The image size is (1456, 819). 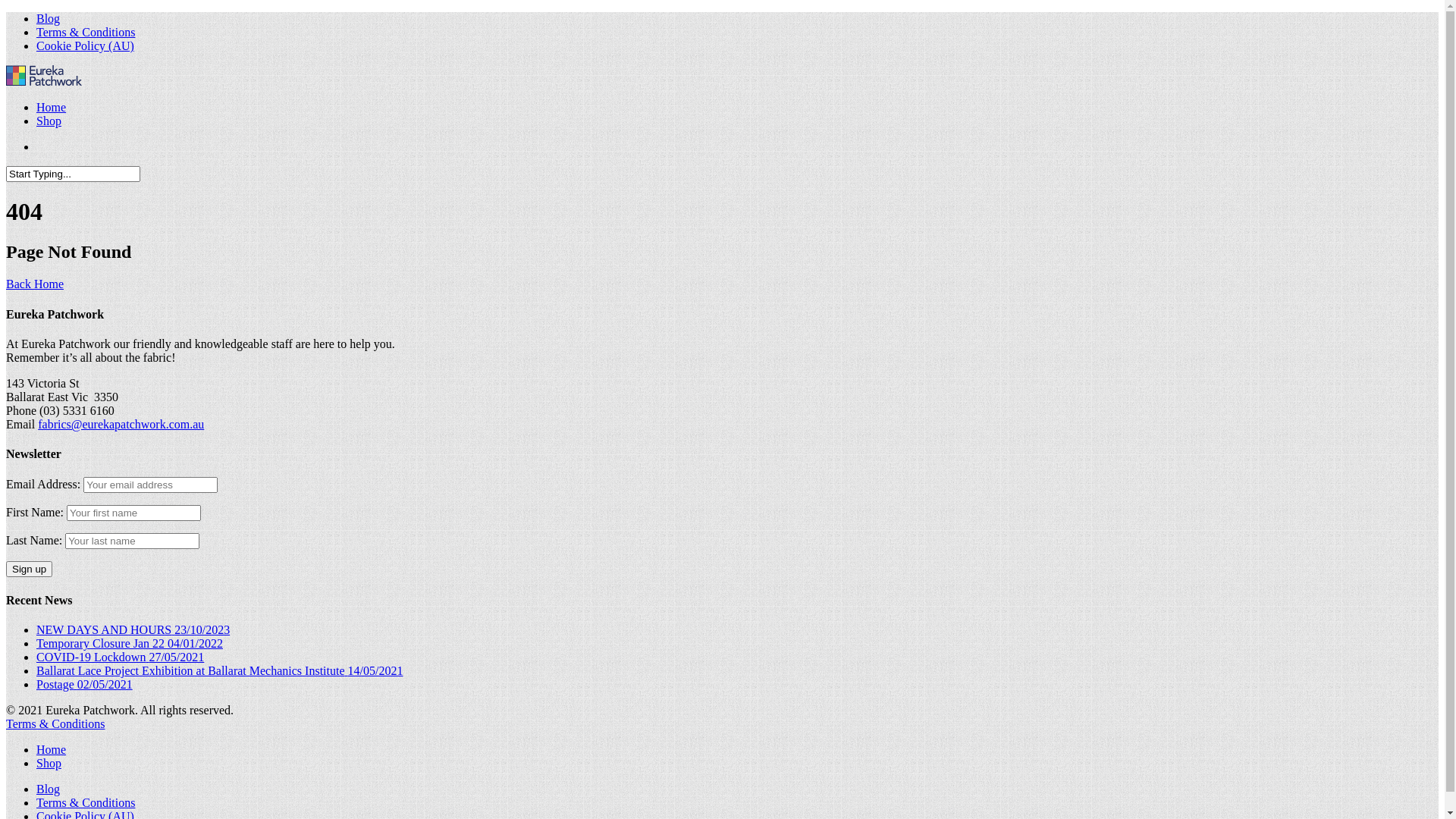 I want to click on 'Shop', so click(x=49, y=763).